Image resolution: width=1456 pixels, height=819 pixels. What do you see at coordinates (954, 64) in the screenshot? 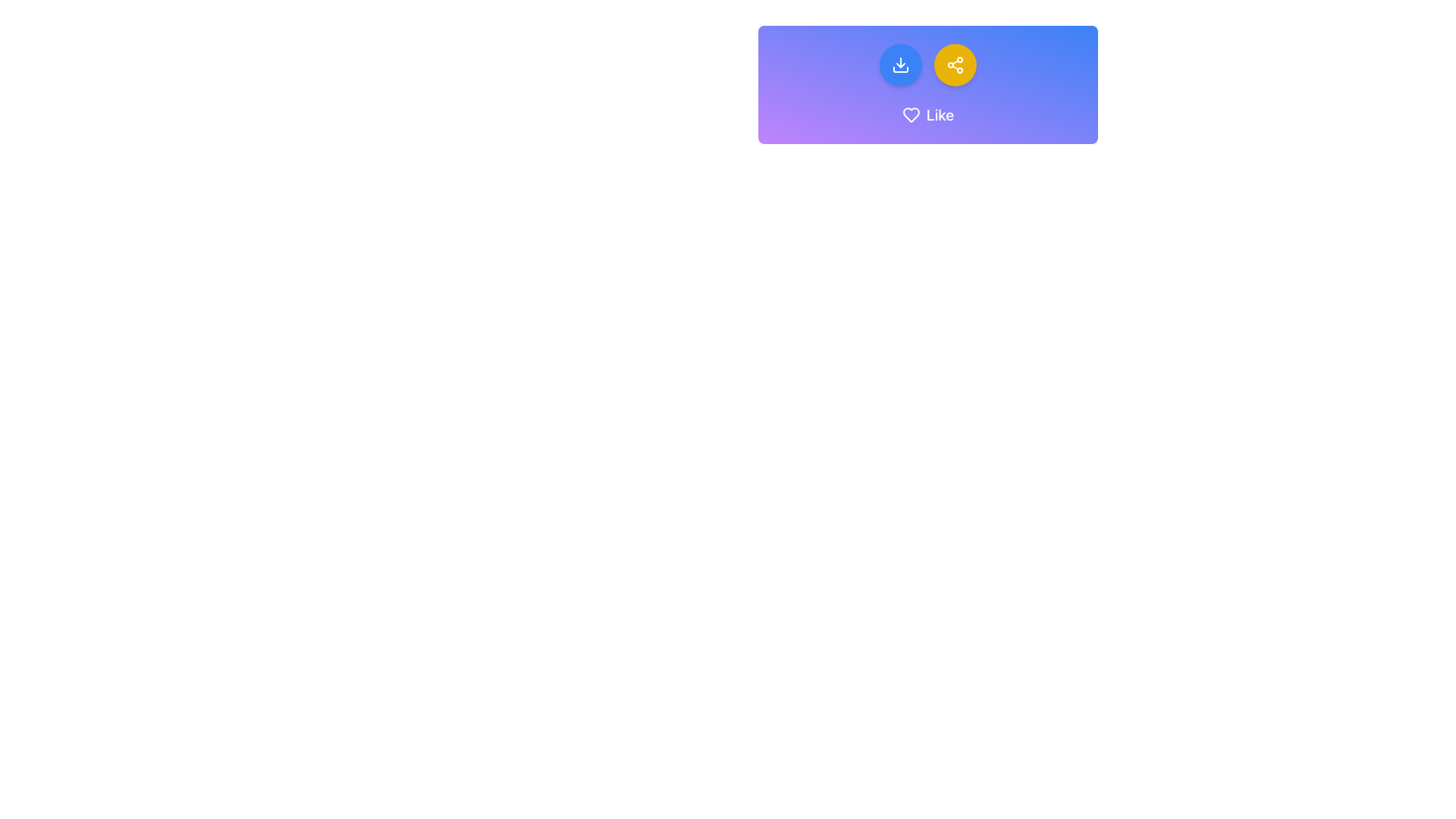
I see `the share button located in a horizontal layout group, positioned to the right of the blue circular download button and above the 'Like' text label` at bounding box center [954, 64].